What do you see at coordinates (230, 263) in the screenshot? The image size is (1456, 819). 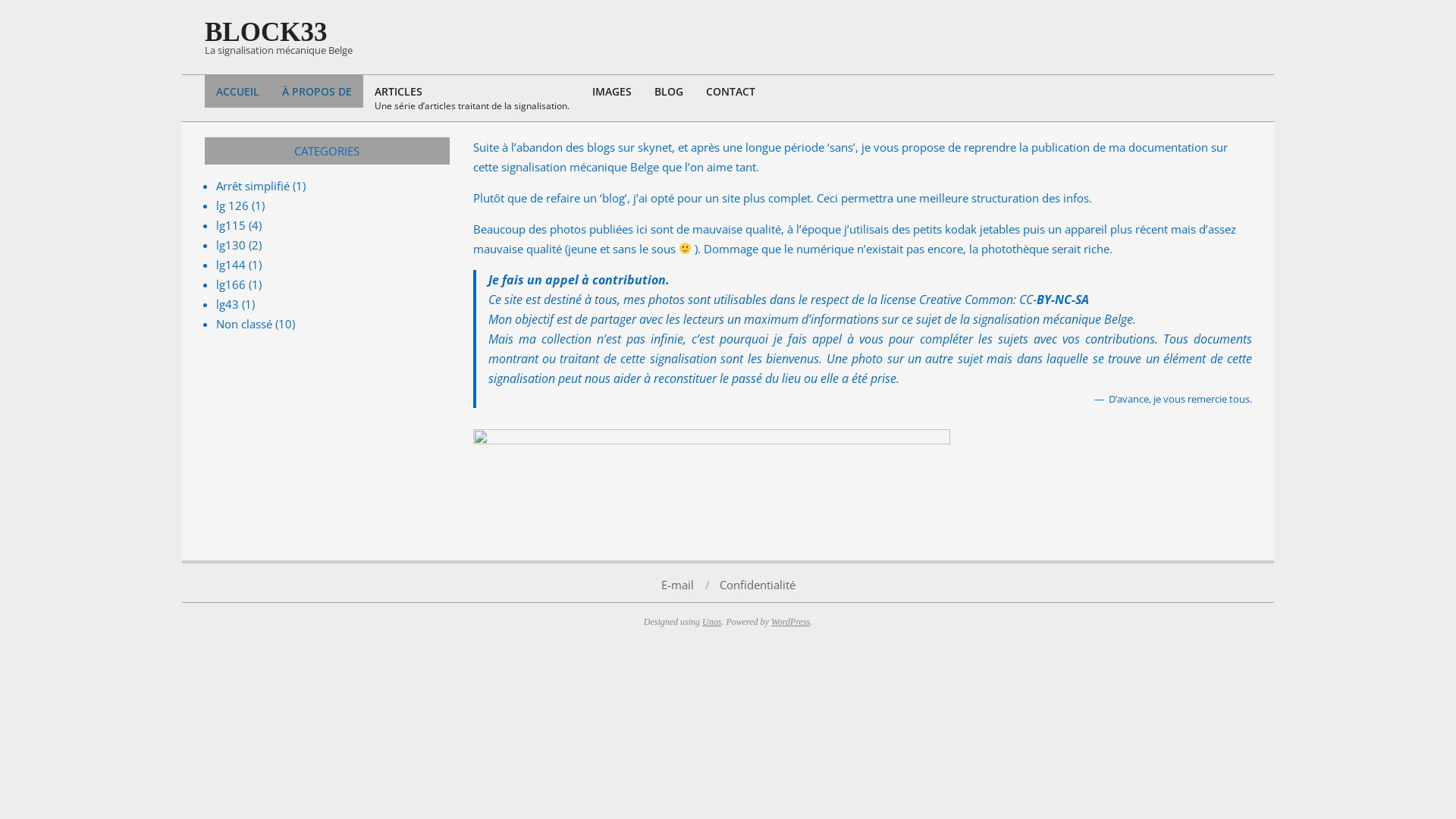 I see `'lg144'` at bounding box center [230, 263].